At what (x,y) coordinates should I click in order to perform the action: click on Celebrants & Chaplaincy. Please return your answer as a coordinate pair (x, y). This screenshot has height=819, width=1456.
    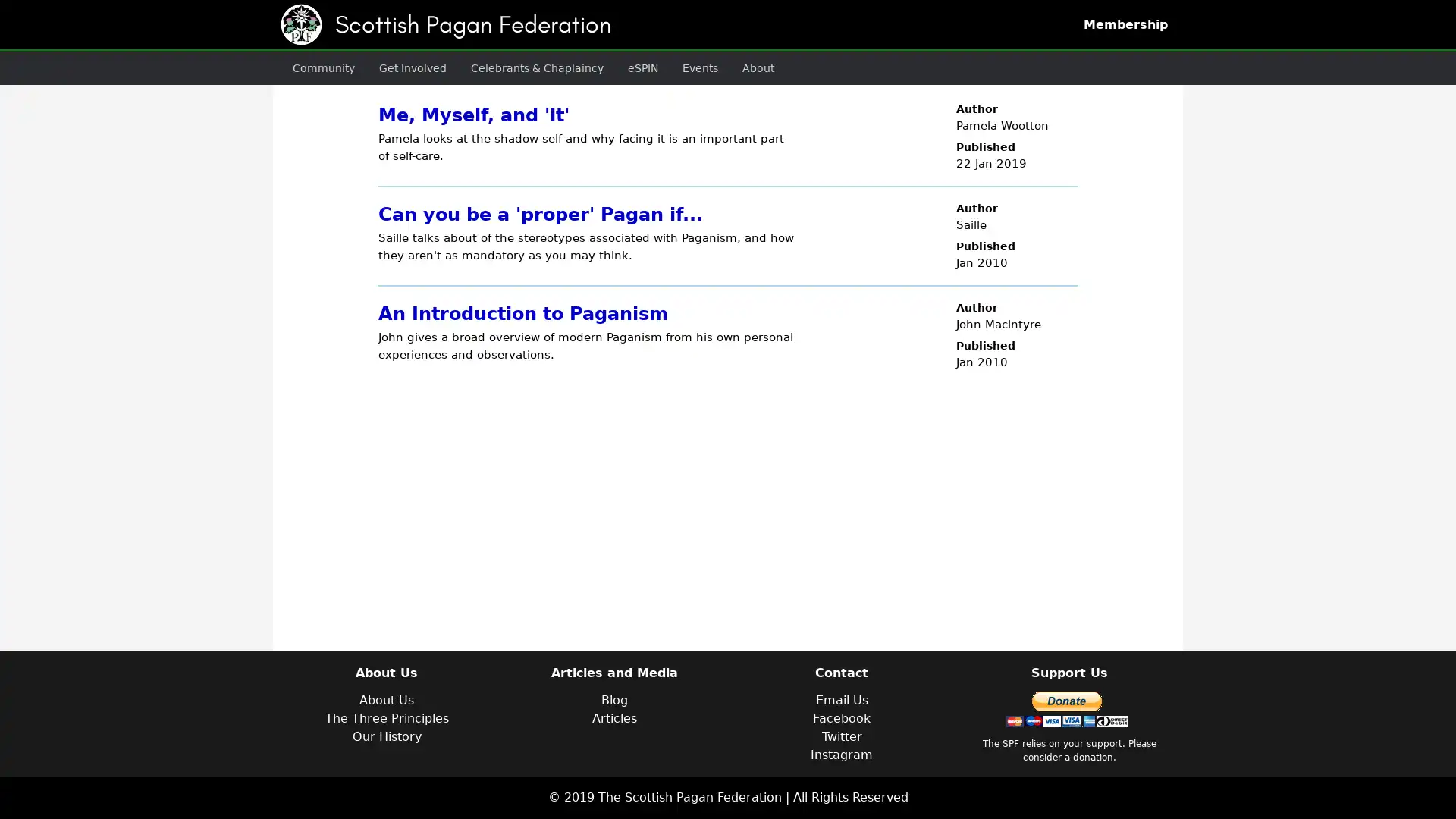
    Looking at the image, I should click on (516, 67).